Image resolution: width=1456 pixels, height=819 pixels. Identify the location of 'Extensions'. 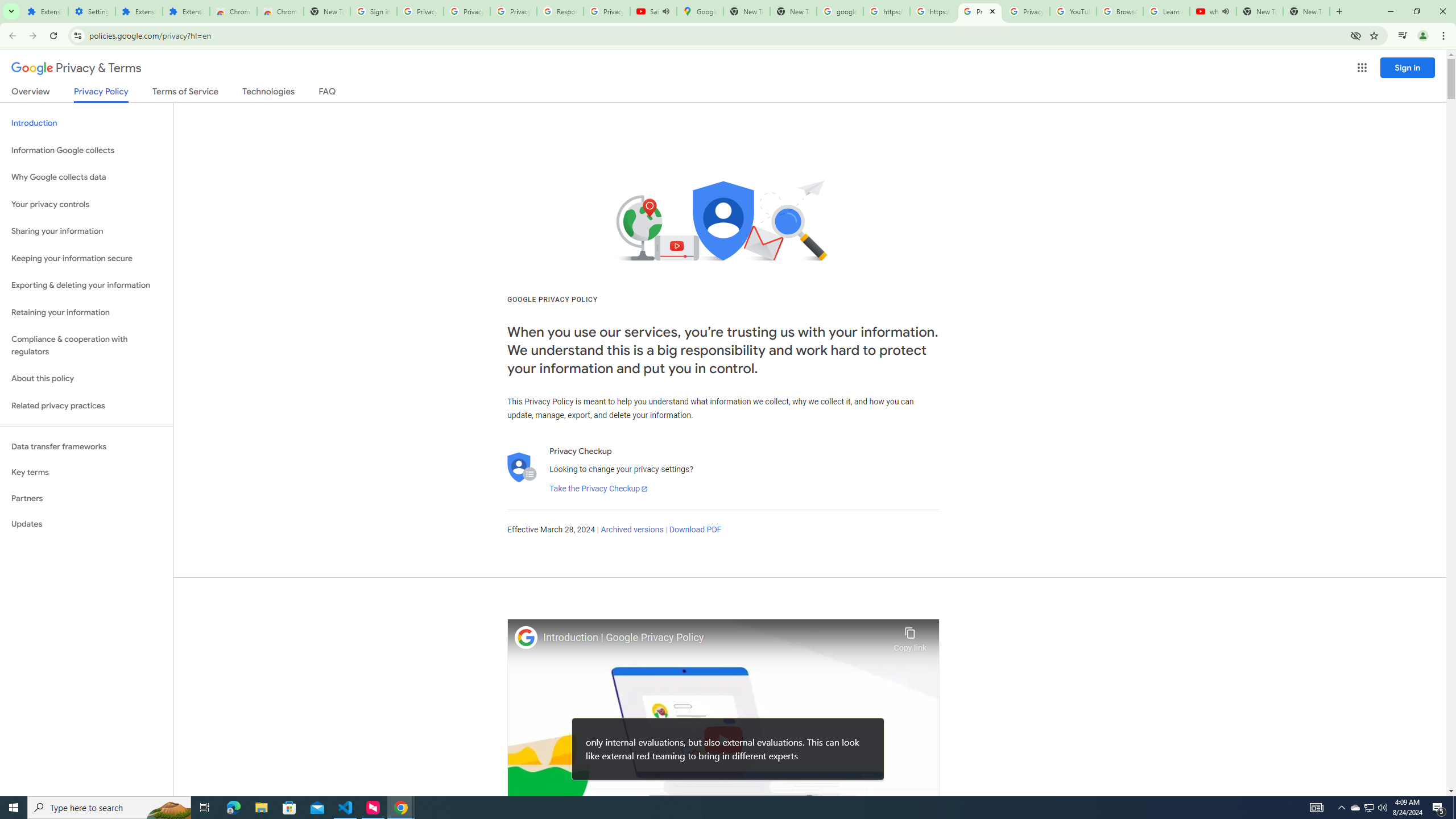
(139, 11).